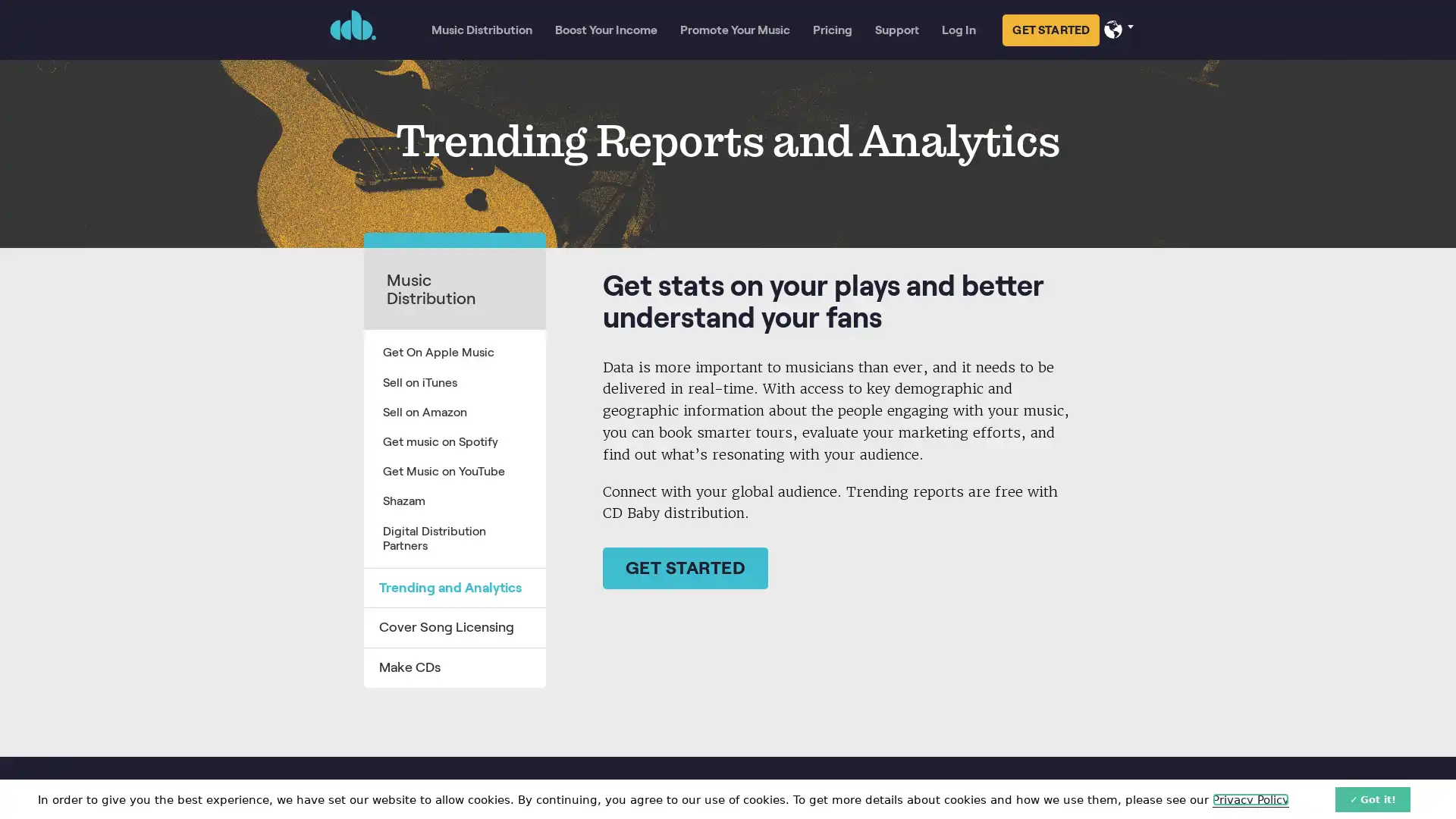  What do you see at coordinates (1113, 30) in the screenshot?
I see `Select your language` at bounding box center [1113, 30].